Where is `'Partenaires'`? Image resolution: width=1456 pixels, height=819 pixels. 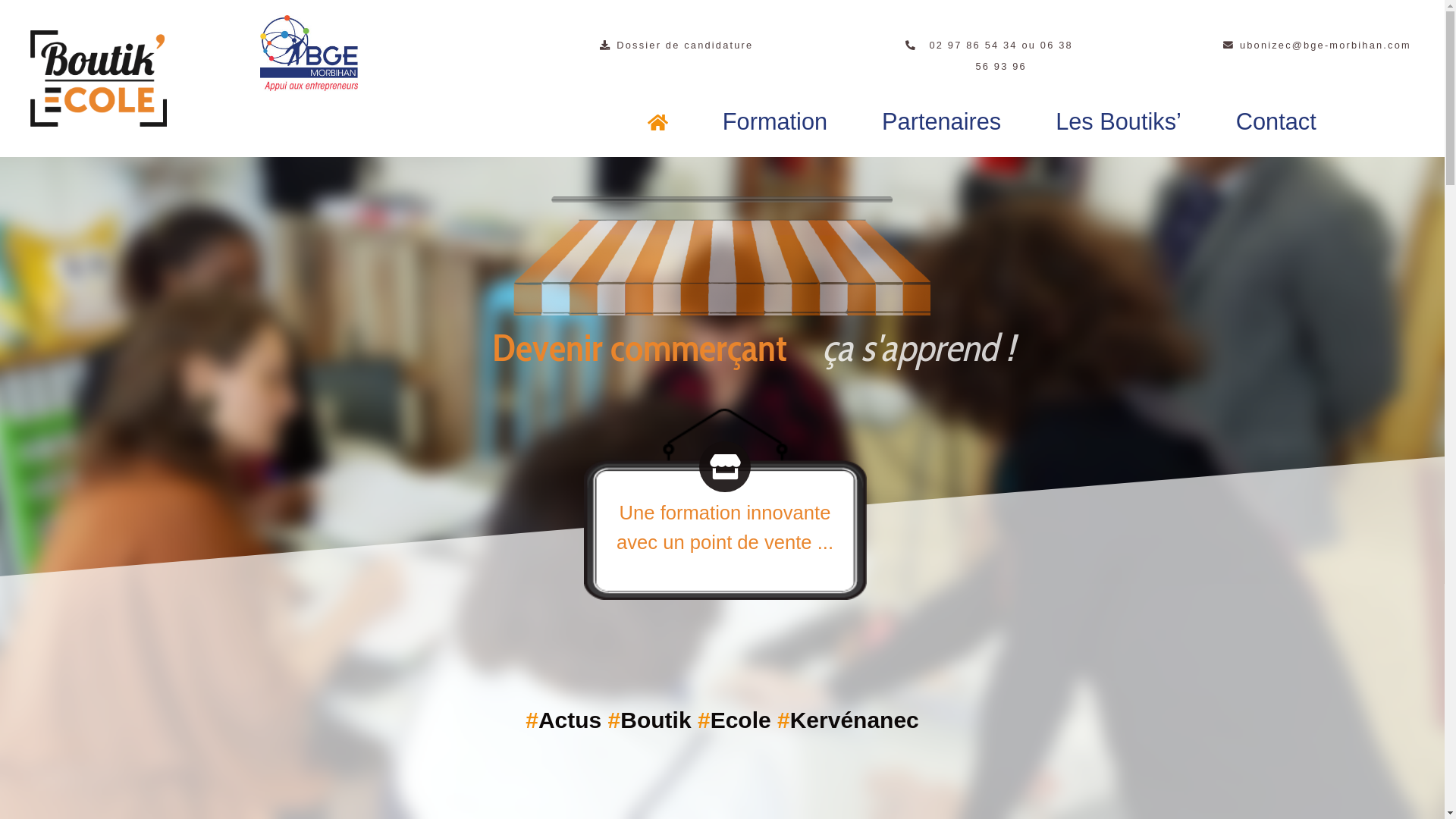
'Partenaires' is located at coordinates (940, 121).